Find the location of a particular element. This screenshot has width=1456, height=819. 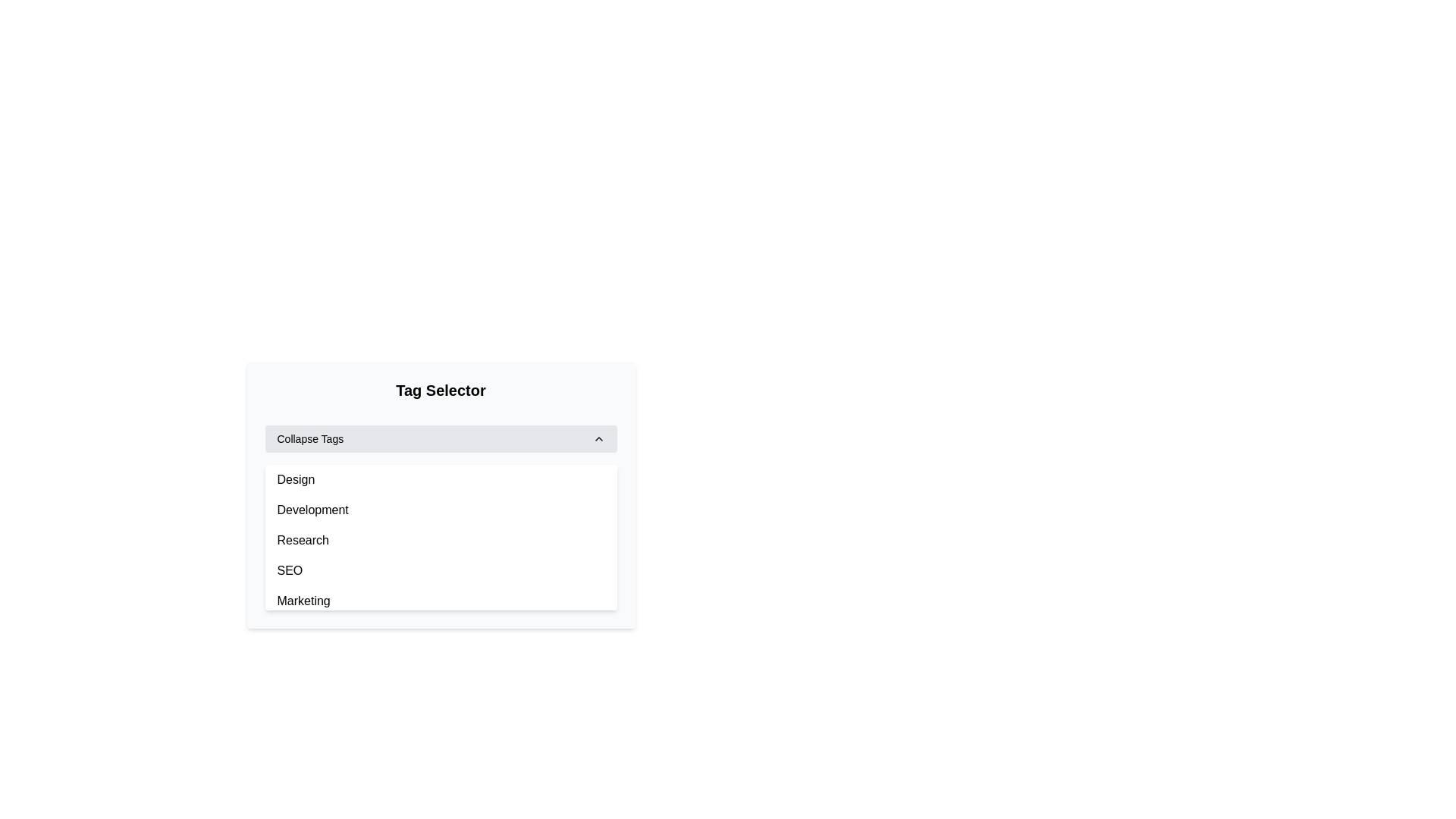

the 'Marketing' list item in the dropdown menu is located at coordinates (303, 601).